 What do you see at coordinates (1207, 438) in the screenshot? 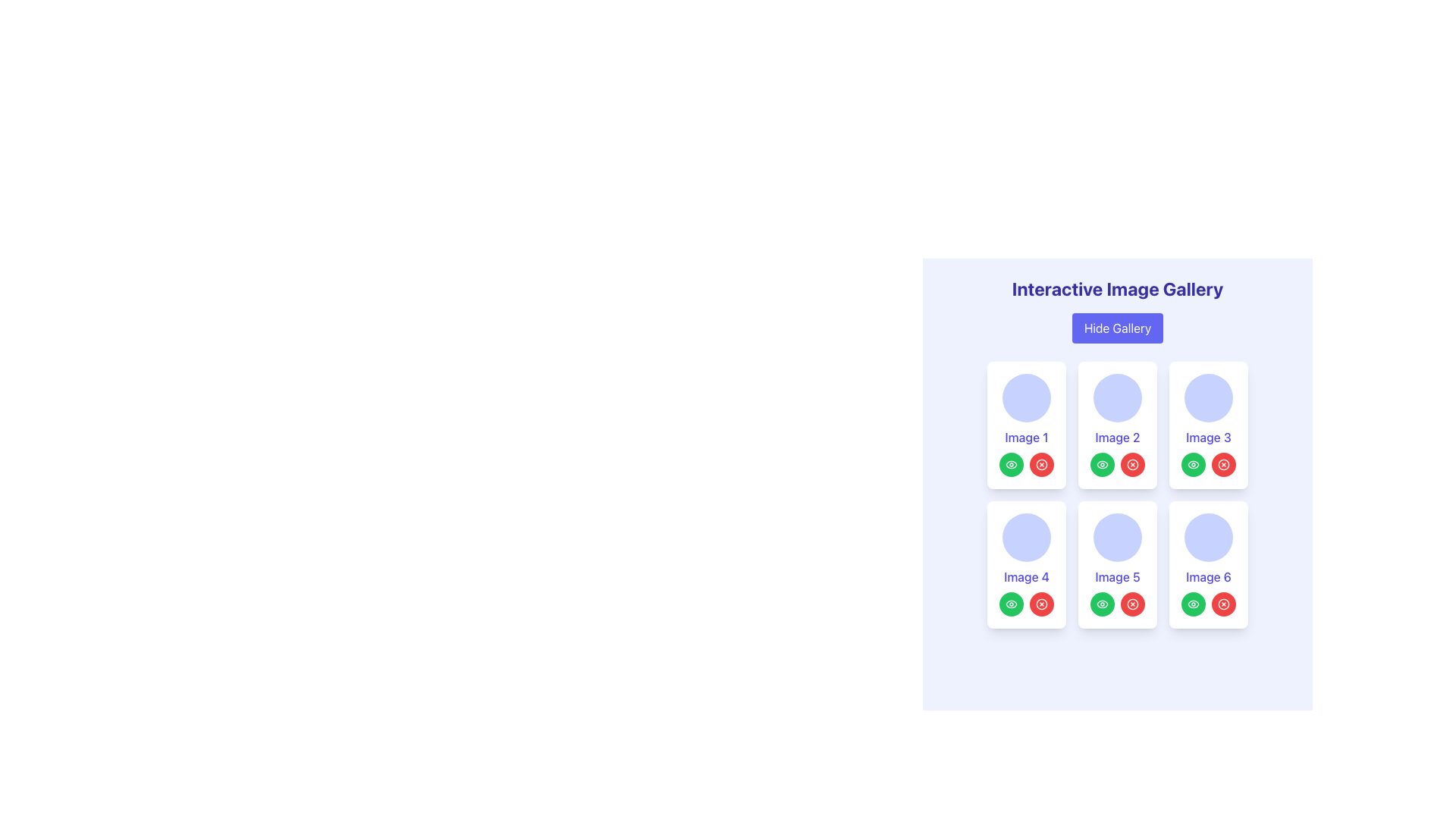
I see `the label for 'Image 3', which is located at the bottom center of its card, serving as its title and situated below the circular image placeholder` at bounding box center [1207, 438].